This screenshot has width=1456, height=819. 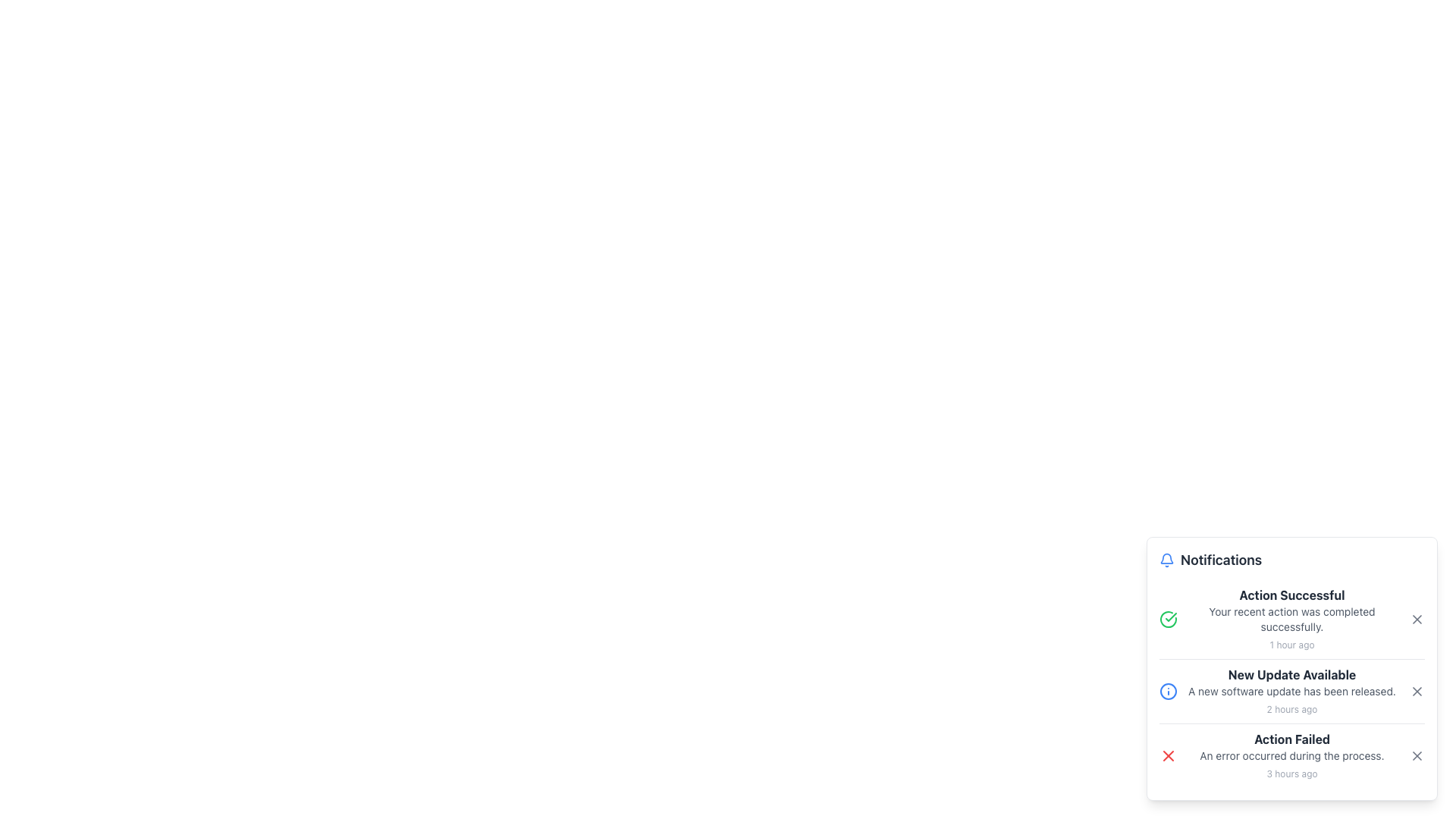 What do you see at coordinates (1166, 560) in the screenshot?
I see `the bell icon that signifies notifications, located in the top-right part of the notification section, to the left of the title text 'Notifications'` at bounding box center [1166, 560].